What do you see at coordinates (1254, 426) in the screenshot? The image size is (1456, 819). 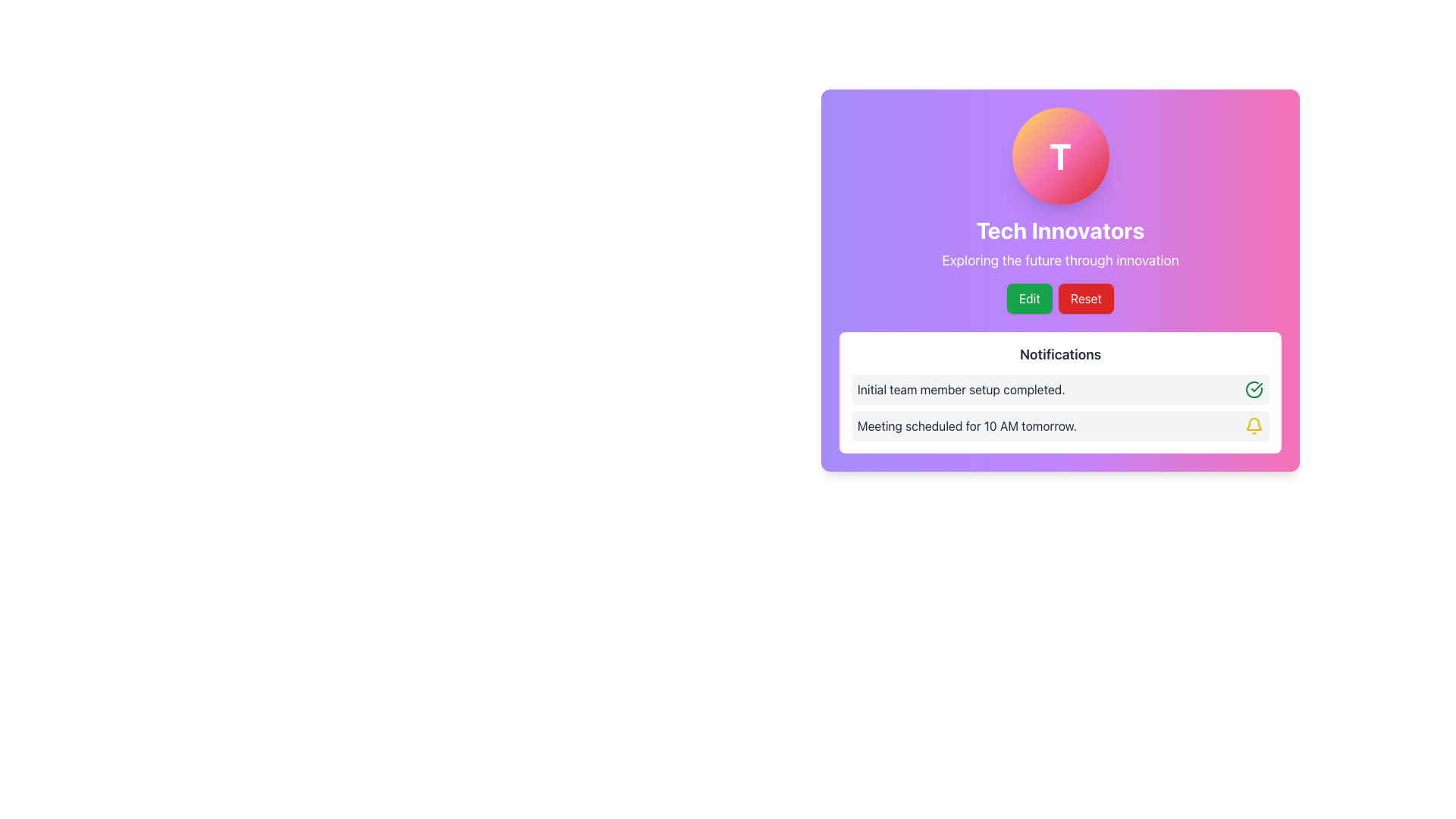 I see `the bell-shaped notification icon with a yellow outline, located at the bottom-right corner of the notification card containing the text 'Meeting scheduled for 10 AM tomorrow.'` at bounding box center [1254, 426].